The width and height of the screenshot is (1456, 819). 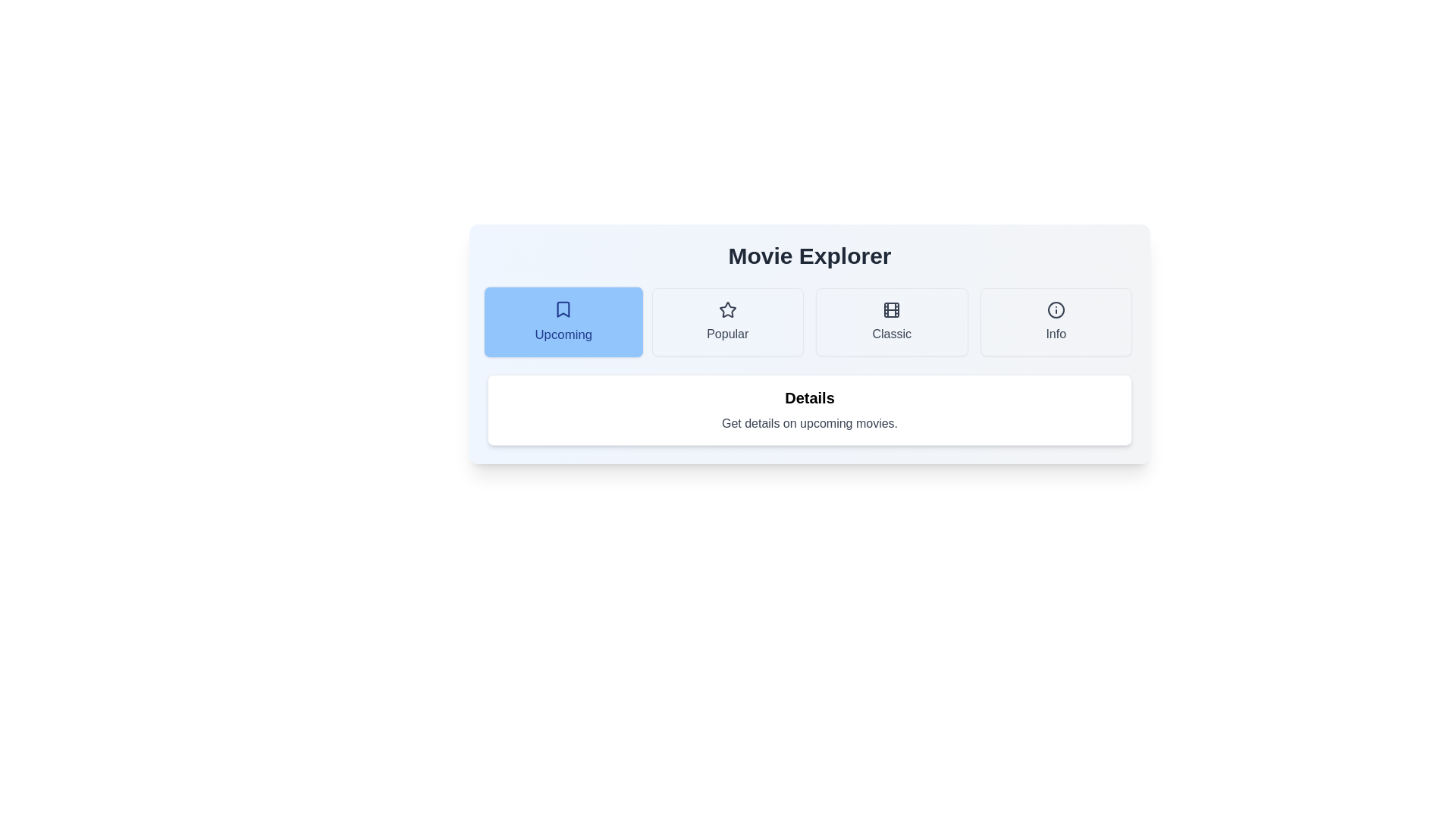 What do you see at coordinates (1055, 309) in the screenshot?
I see `the circular icon with an exclamation mark in the top right area of the selection menu related to the 'Info' label` at bounding box center [1055, 309].